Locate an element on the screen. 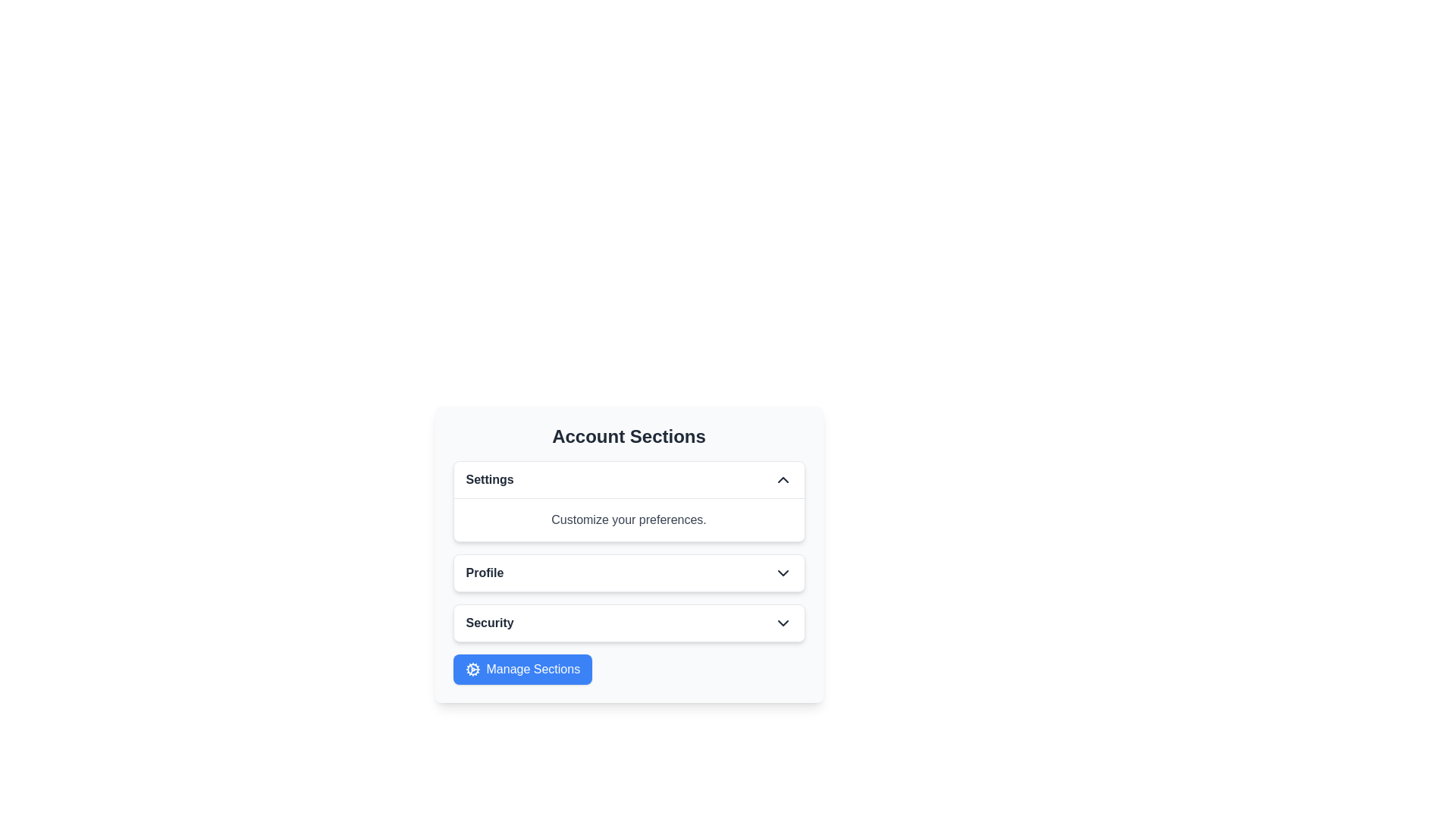 The height and width of the screenshot is (819, 1456). descriptive text label located centrally below the 'Settings' title in the 'Account Sections' menu is located at coordinates (629, 519).